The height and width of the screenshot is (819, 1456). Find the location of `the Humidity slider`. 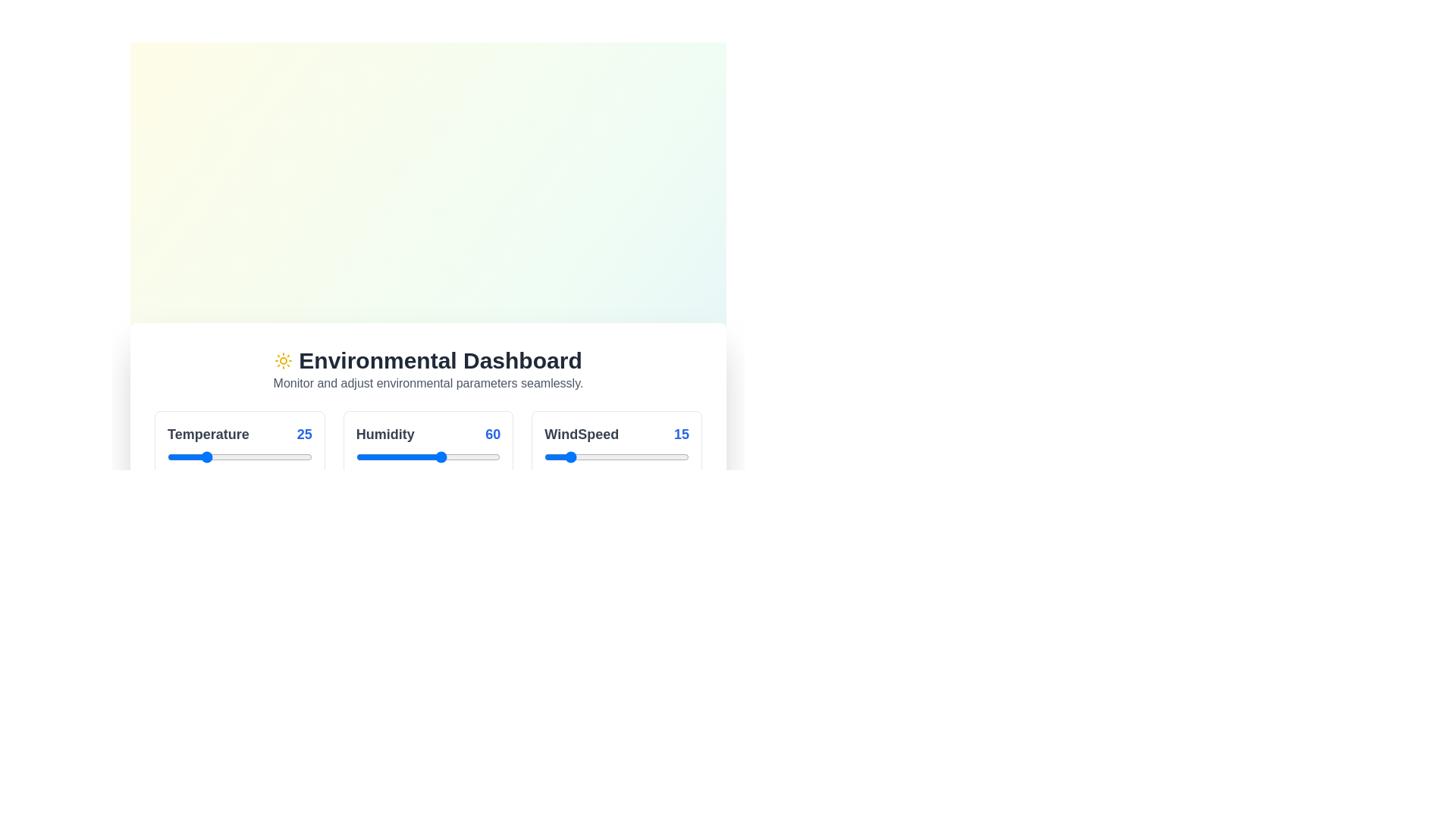

the Humidity slider is located at coordinates (372, 456).